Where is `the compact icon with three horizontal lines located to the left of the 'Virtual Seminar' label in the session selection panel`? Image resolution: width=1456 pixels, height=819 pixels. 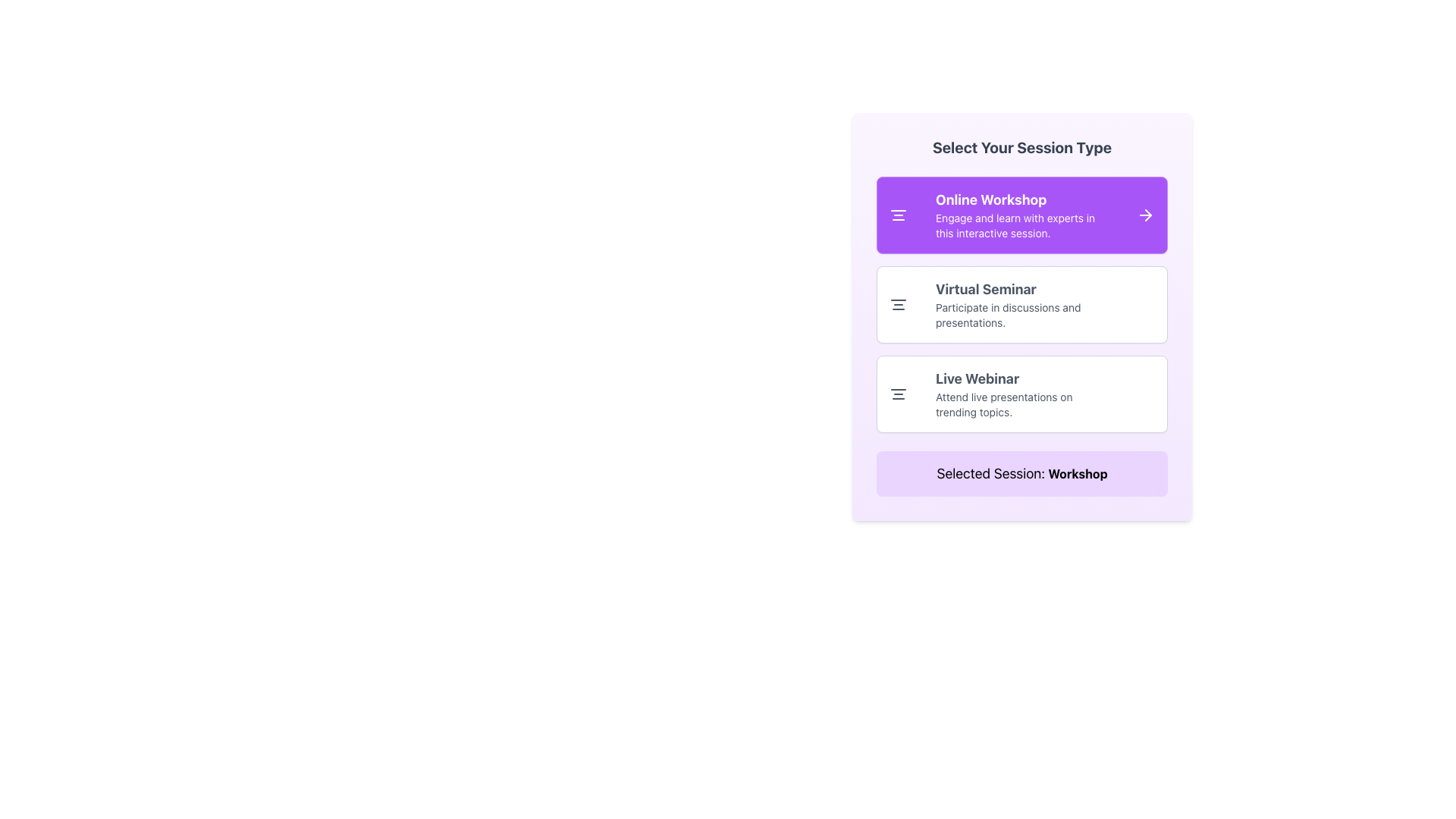
the compact icon with three horizontal lines located to the left of the 'Virtual Seminar' label in the session selection panel is located at coordinates (899, 304).